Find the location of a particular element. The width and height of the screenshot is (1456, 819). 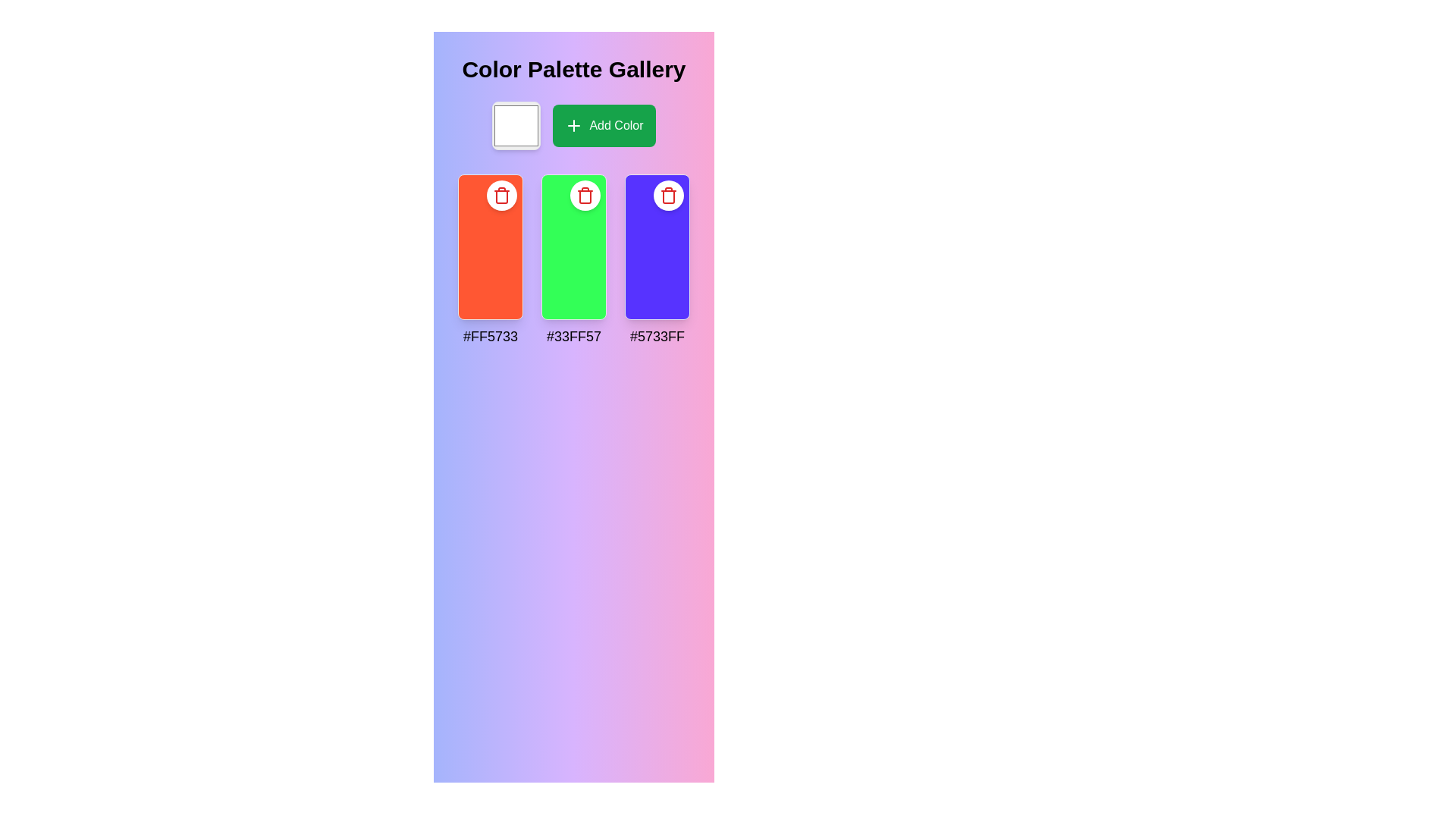

the second Color display card in the Color Palette Gallery is located at coordinates (573, 259).